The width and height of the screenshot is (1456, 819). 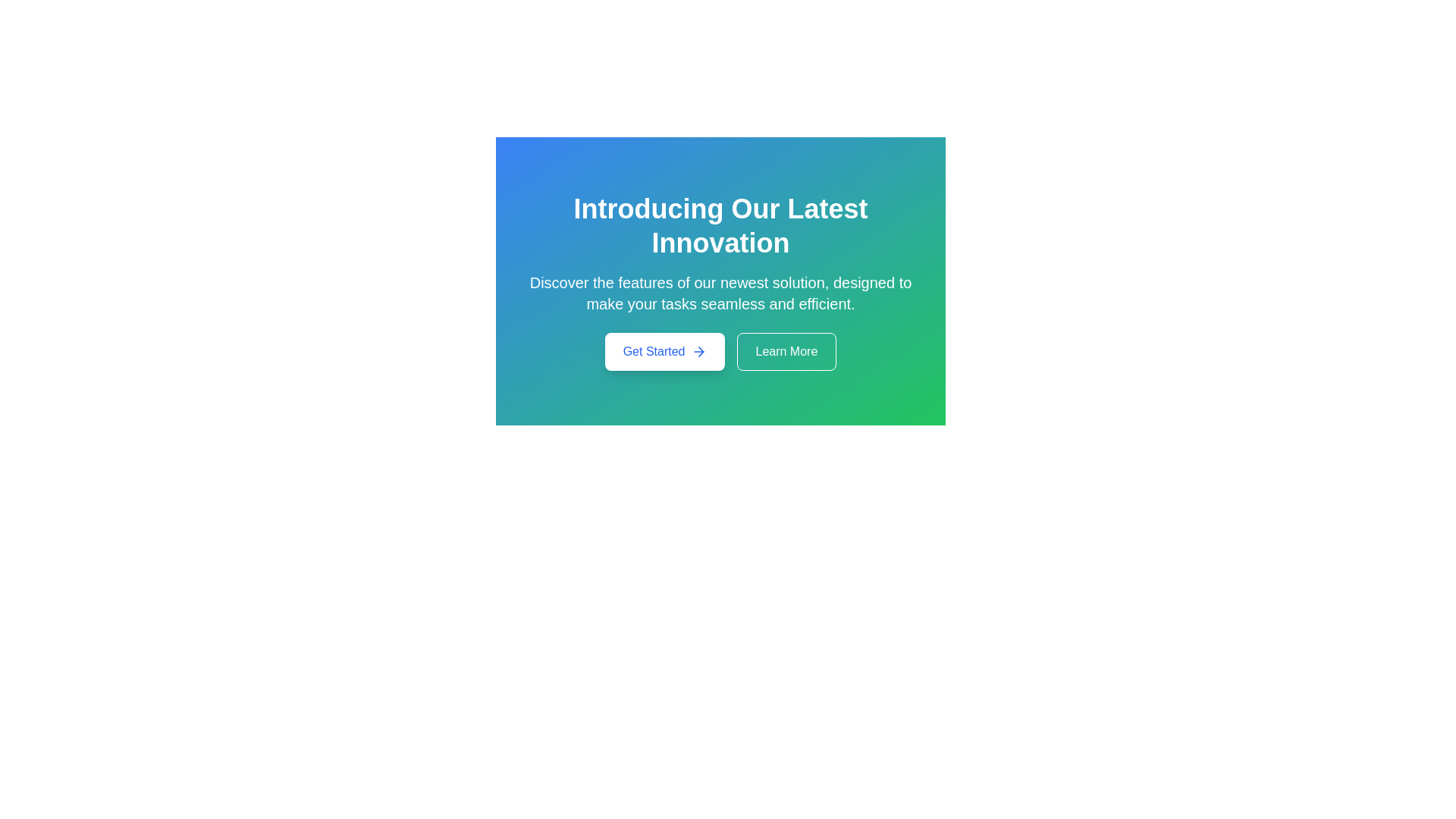 What do you see at coordinates (720, 293) in the screenshot?
I see `static text content that contains the paragraph 'Discover the features of our newest solution, designed to make your tasks seamless and efficient.' This text is styled in a larger font size and is positioned beneath the headline 'Introducing Our Latest Innovation.'` at bounding box center [720, 293].